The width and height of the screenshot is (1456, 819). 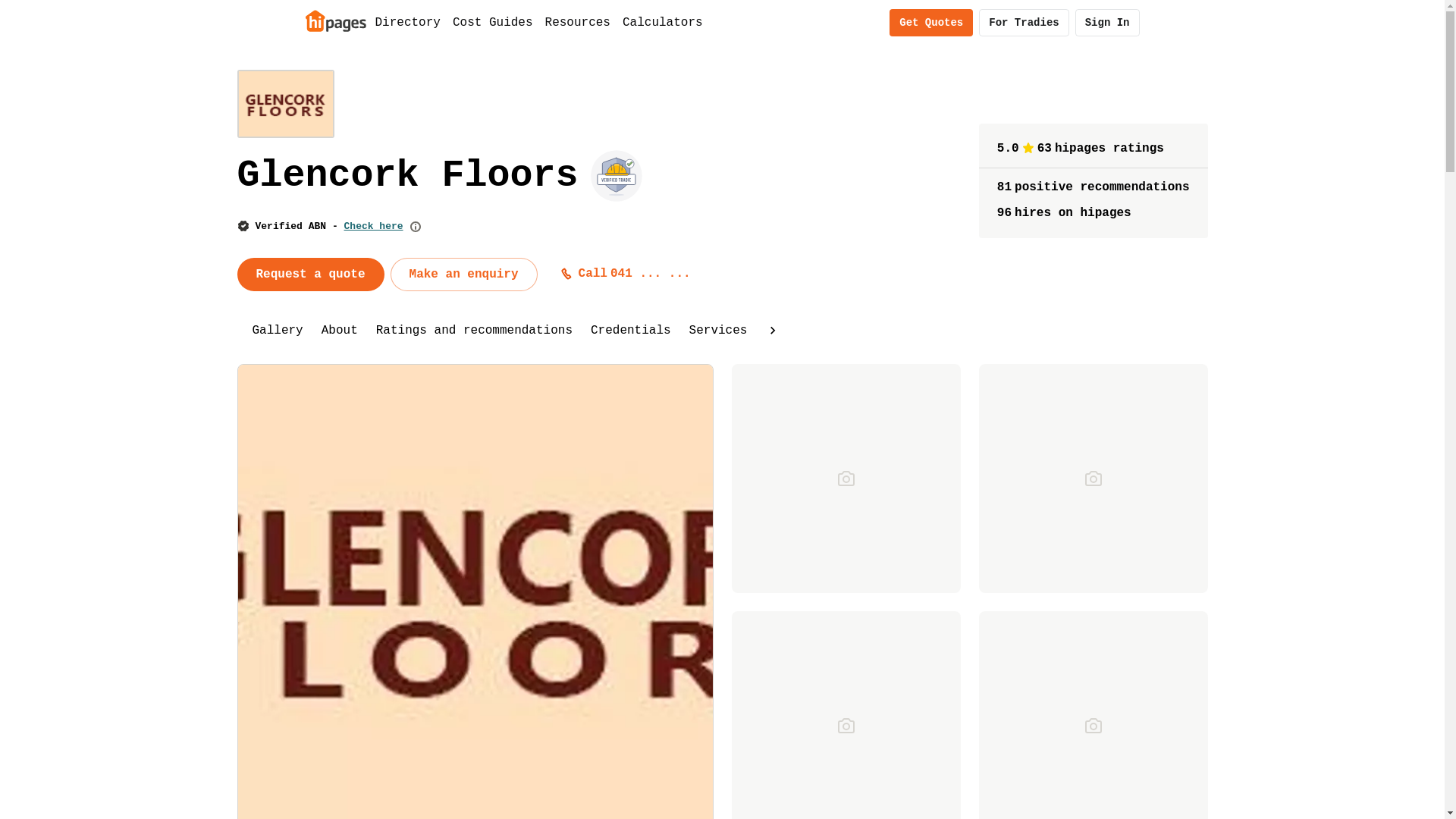 What do you see at coordinates (626, 274) in the screenshot?
I see `'Call` at bounding box center [626, 274].